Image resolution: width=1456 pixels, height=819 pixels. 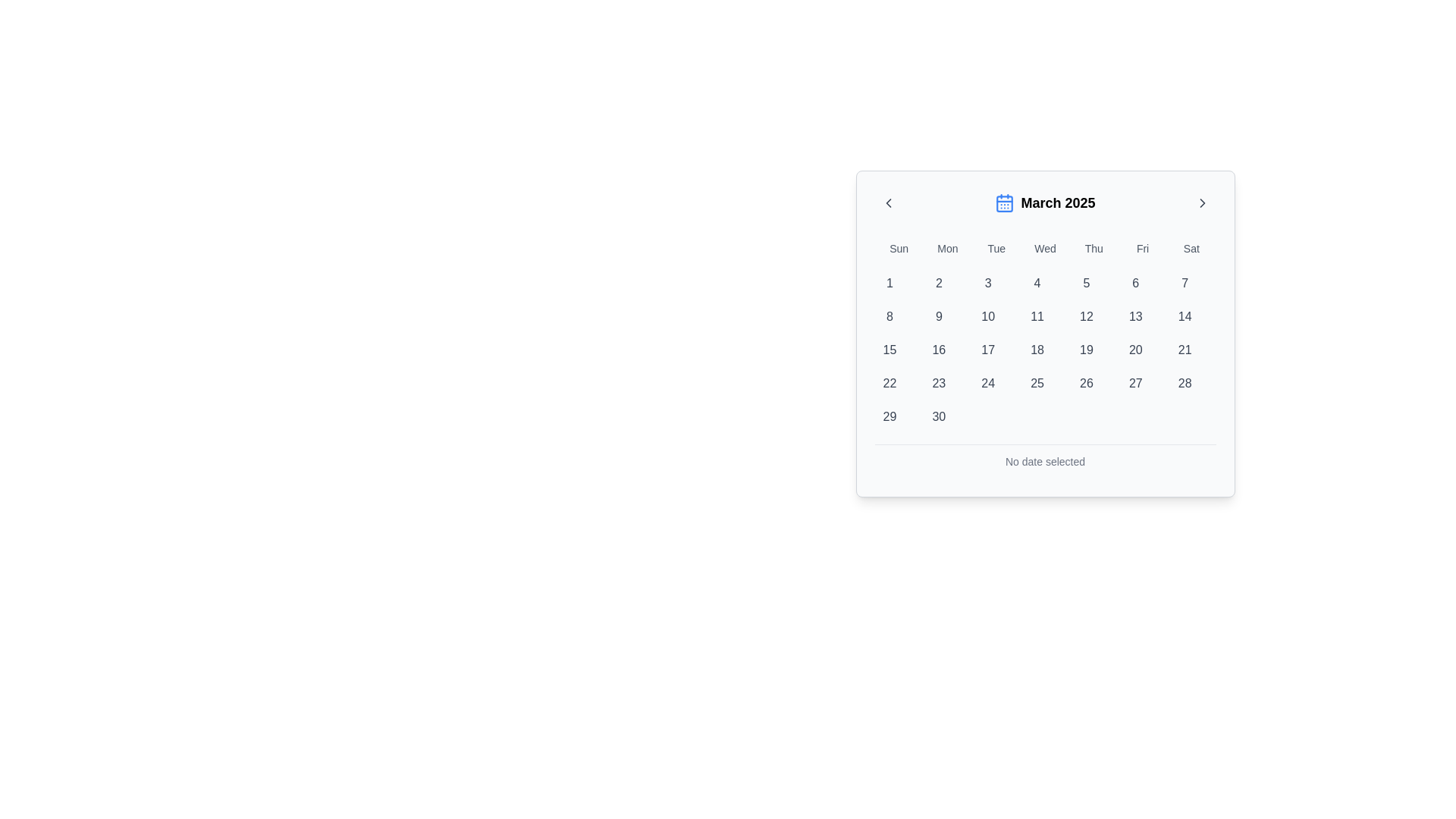 What do you see at coordinates (1044, 461) in the screenshot?
I see `the label displaying 'No date selected' which is styled in gray and located at the bottom of the calendar interface` at bounding box center [1044, 461].